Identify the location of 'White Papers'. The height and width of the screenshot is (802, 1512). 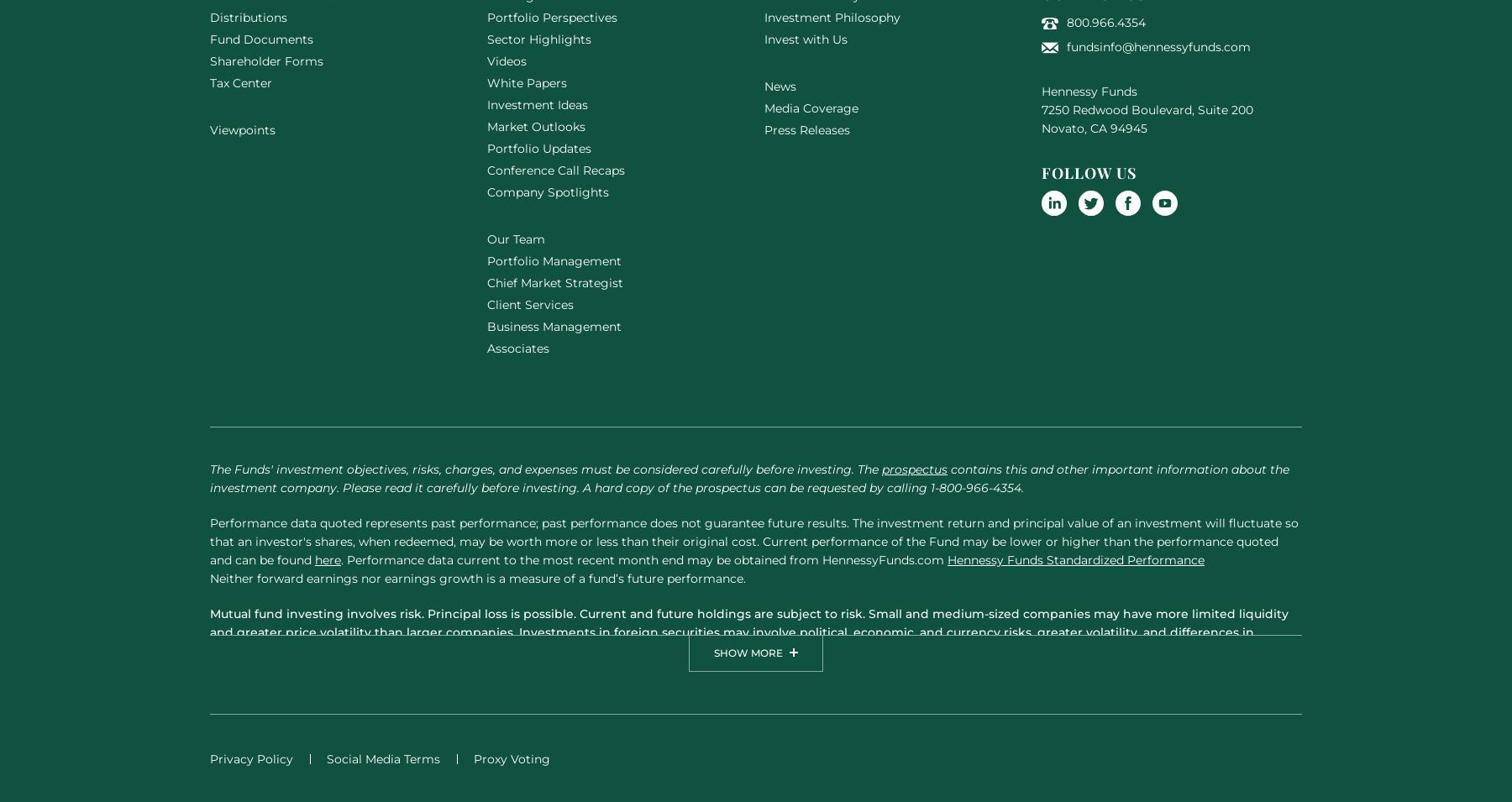
(527, 81).